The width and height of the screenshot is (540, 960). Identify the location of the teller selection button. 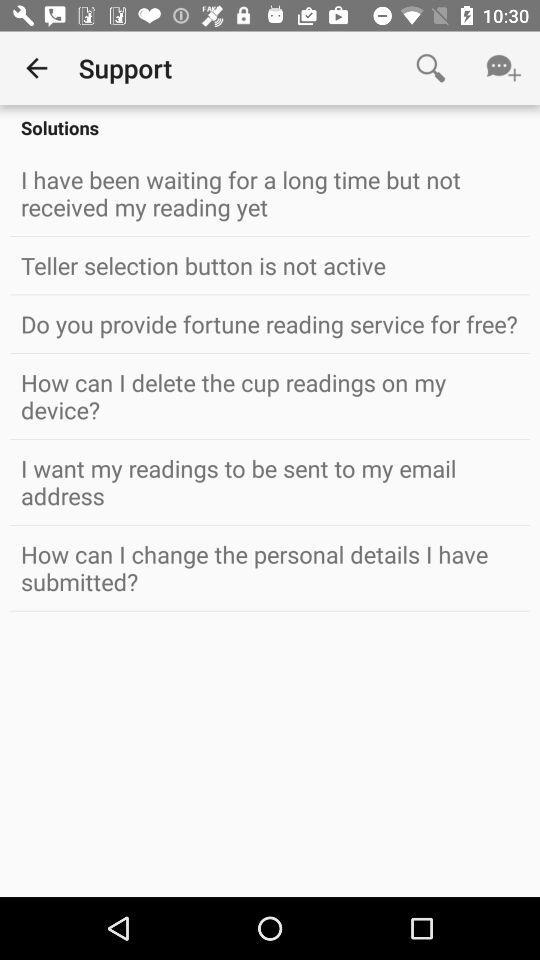
(270, 264).